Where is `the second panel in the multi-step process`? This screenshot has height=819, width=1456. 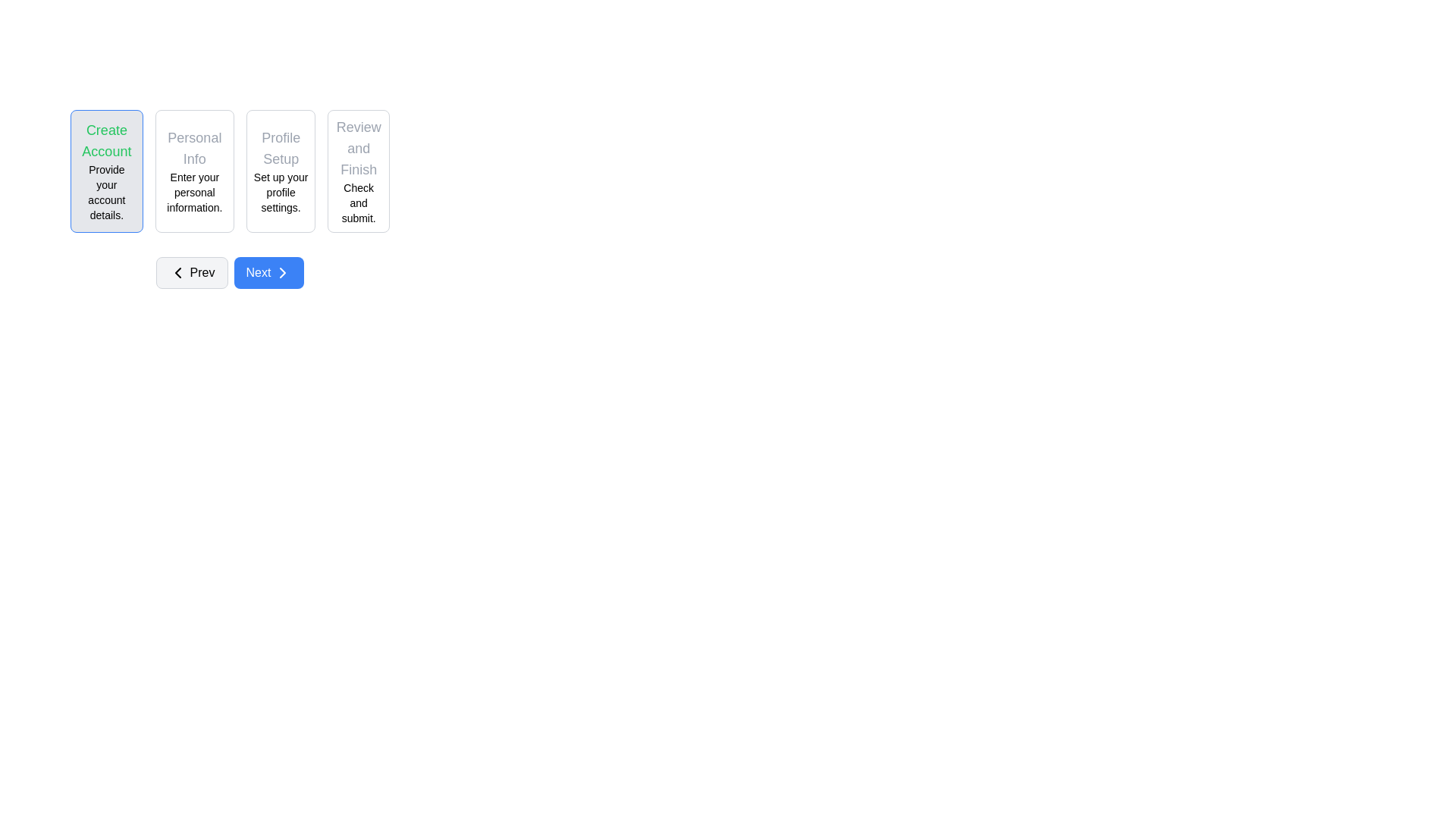 the second panel in the multi-step process is located at coordinates (229, 198).